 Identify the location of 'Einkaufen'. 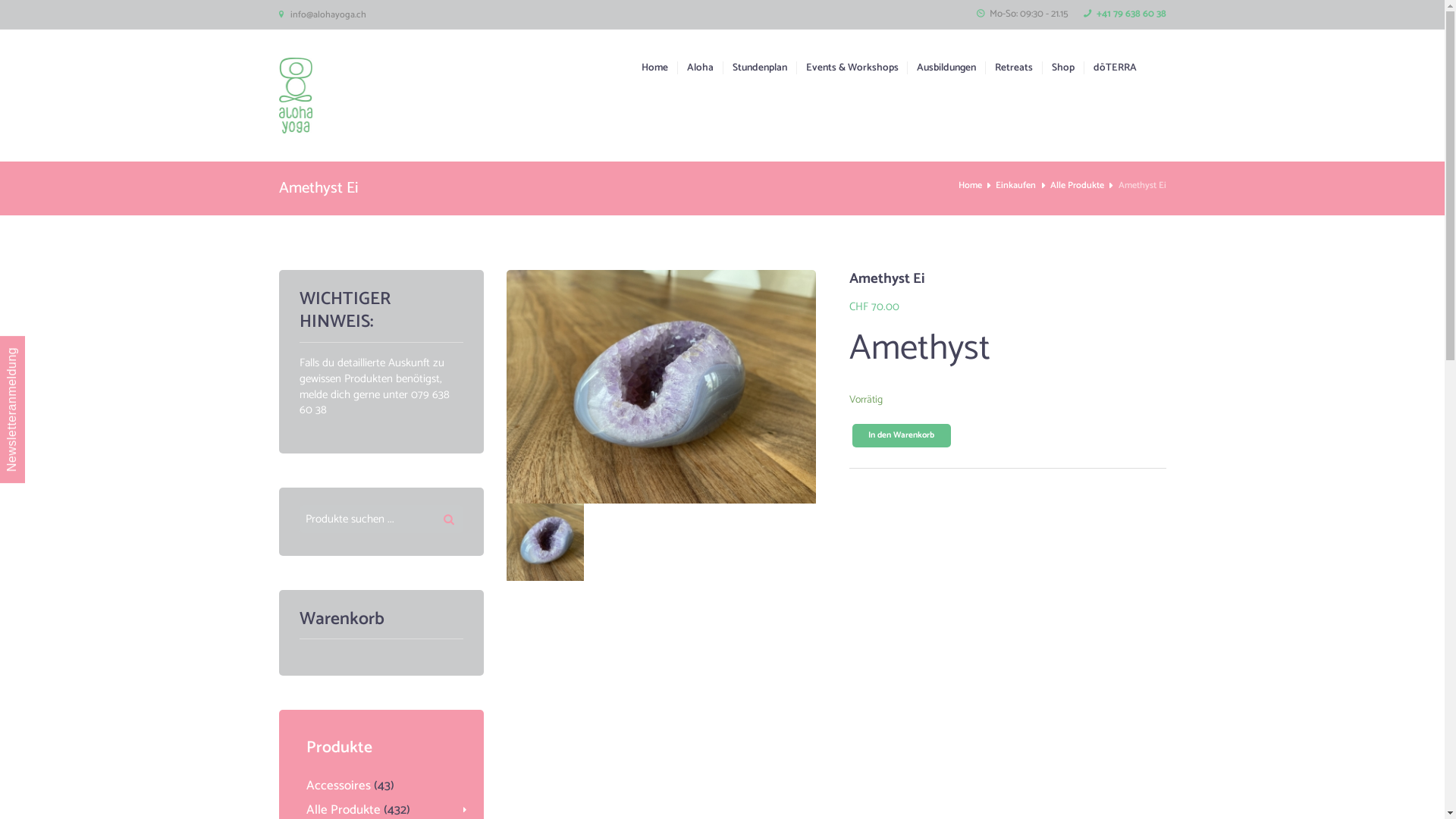
(1015, 185).